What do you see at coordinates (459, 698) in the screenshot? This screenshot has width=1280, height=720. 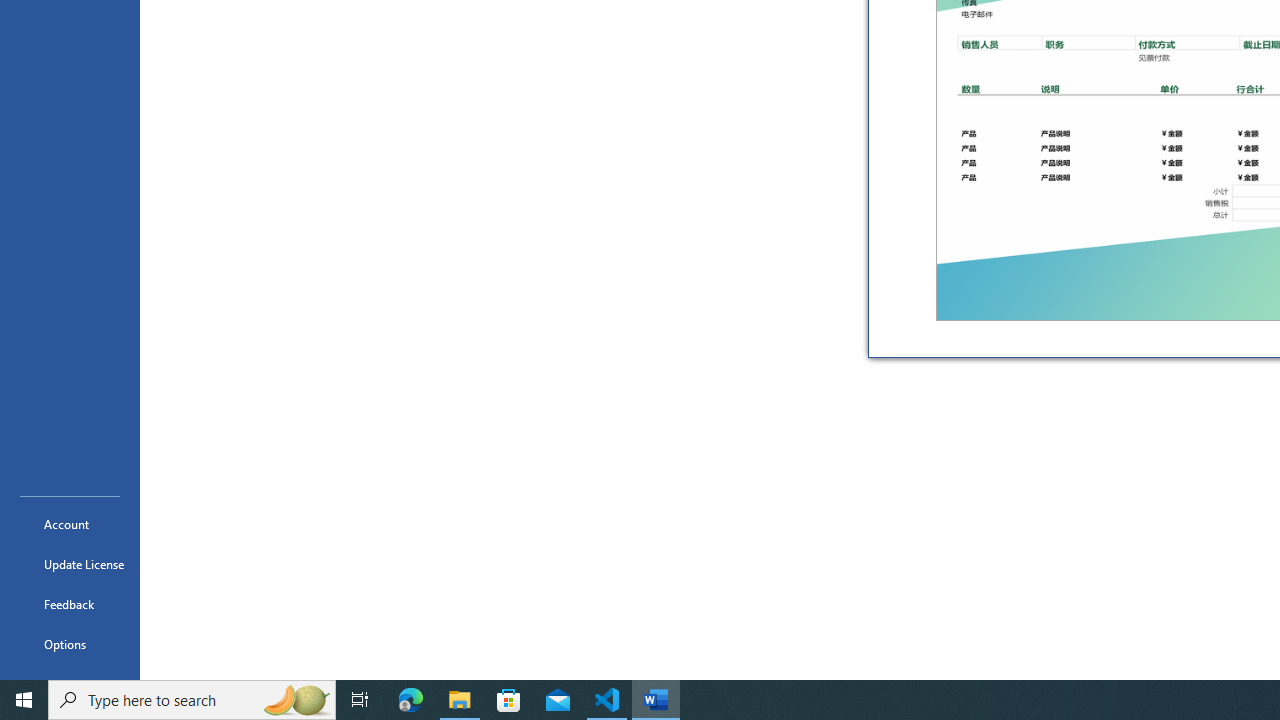 I see `'File Explorer - 1 running window'` at bounding box center [459, 698].